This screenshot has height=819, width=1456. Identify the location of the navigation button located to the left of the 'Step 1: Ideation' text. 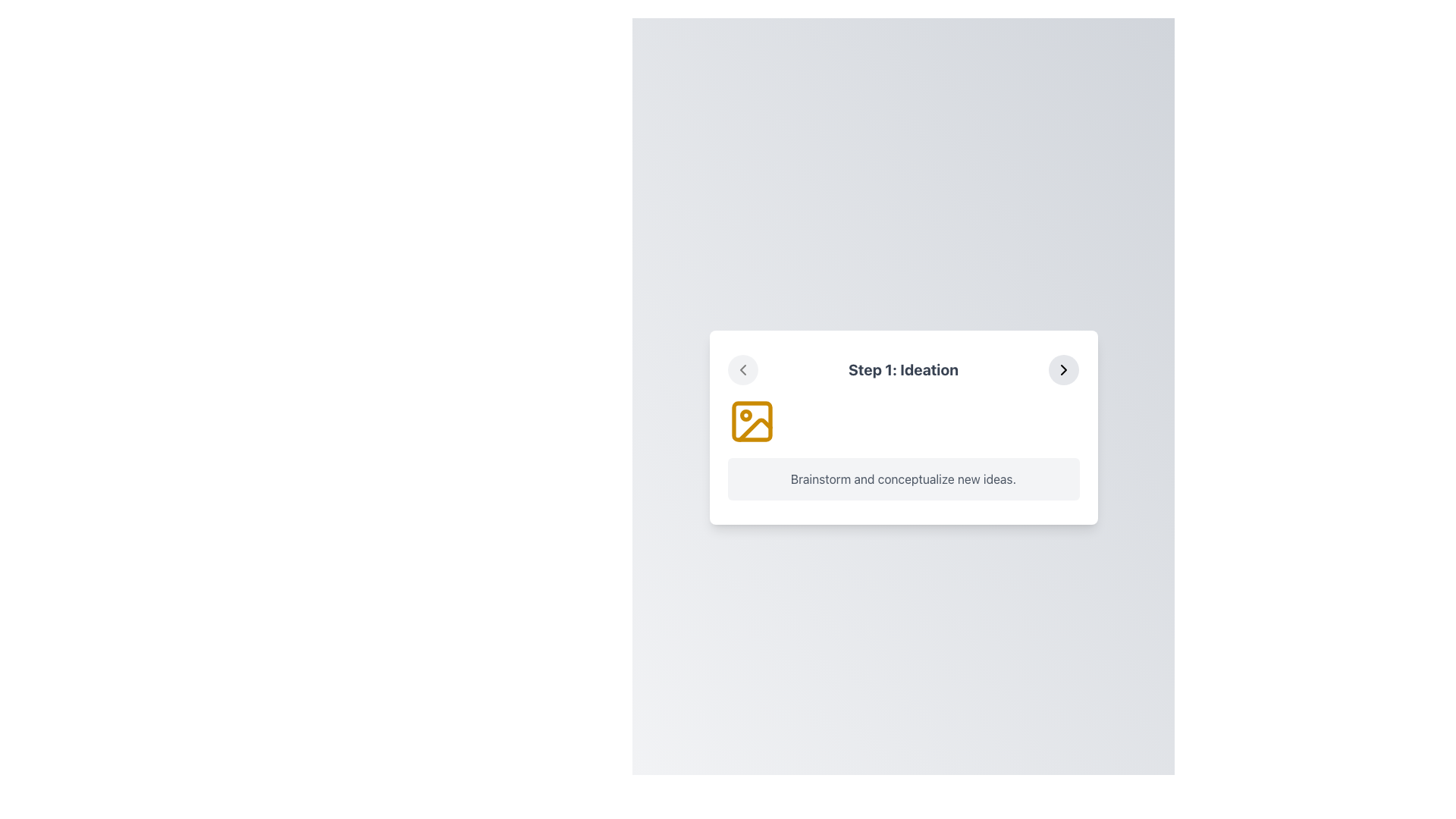
(742, 370).